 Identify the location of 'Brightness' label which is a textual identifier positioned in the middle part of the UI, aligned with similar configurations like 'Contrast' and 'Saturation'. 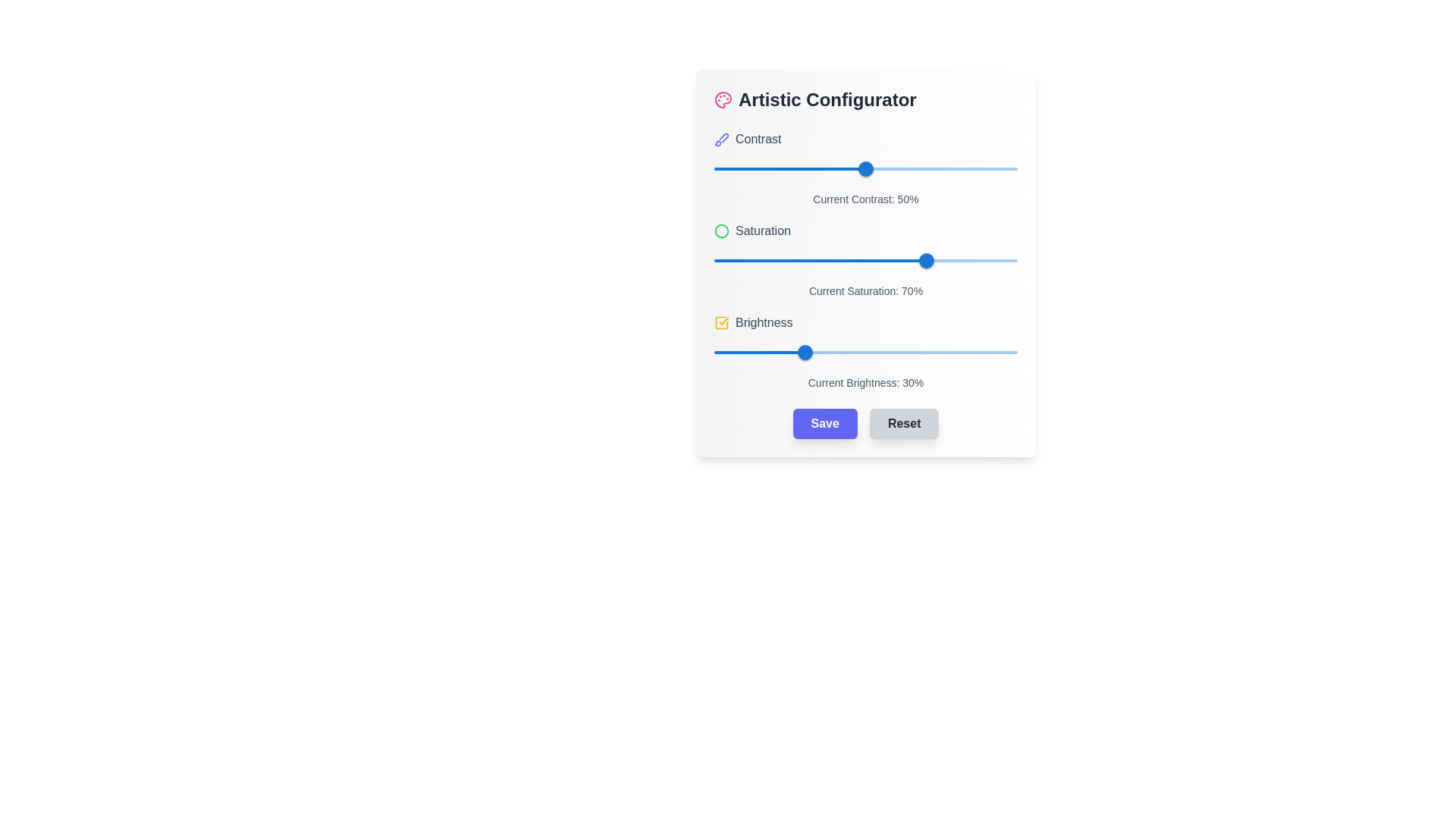
(764, 322).